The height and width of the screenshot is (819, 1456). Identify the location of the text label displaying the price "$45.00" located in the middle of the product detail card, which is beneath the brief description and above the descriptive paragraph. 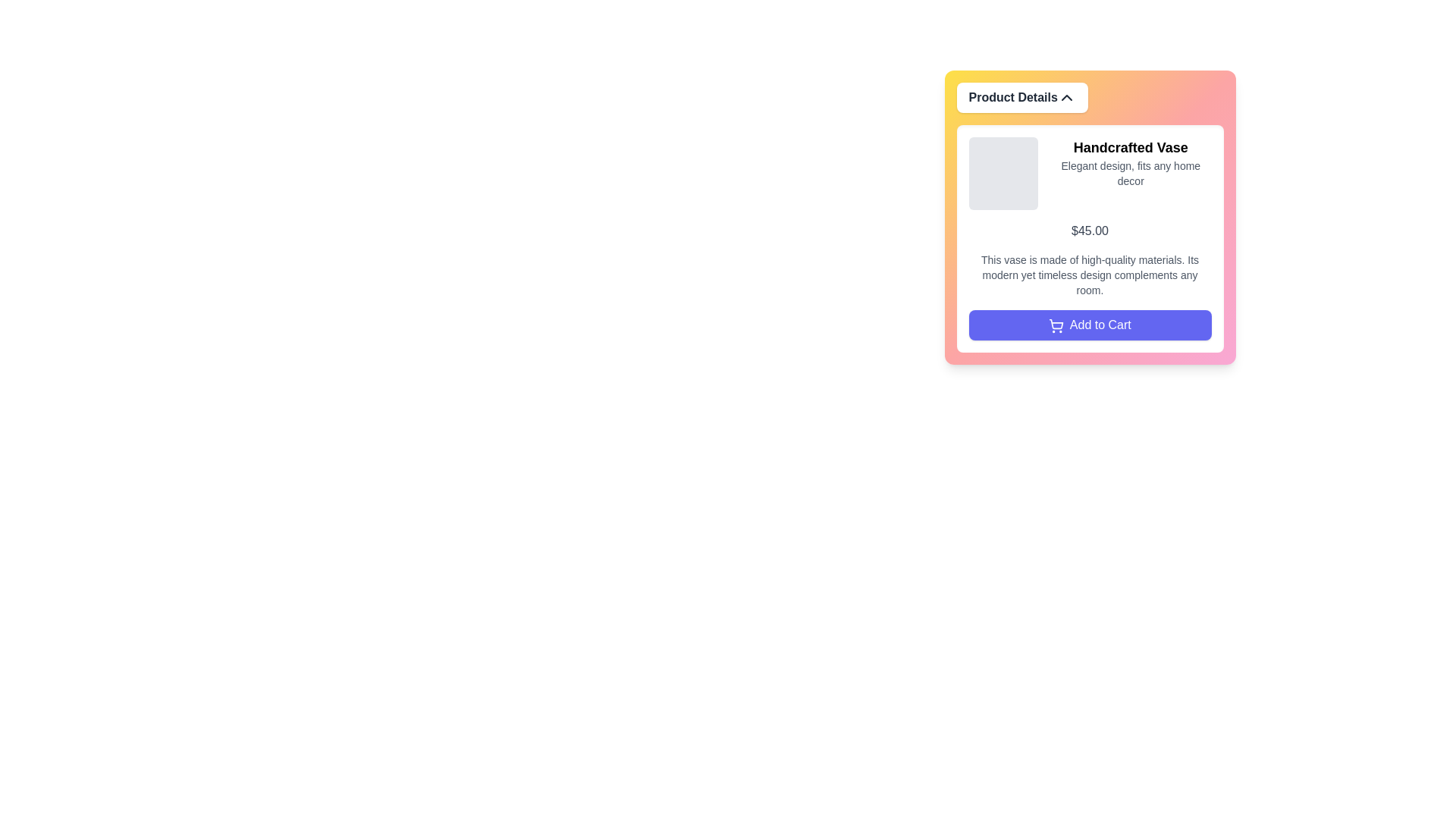
(1089, 231).